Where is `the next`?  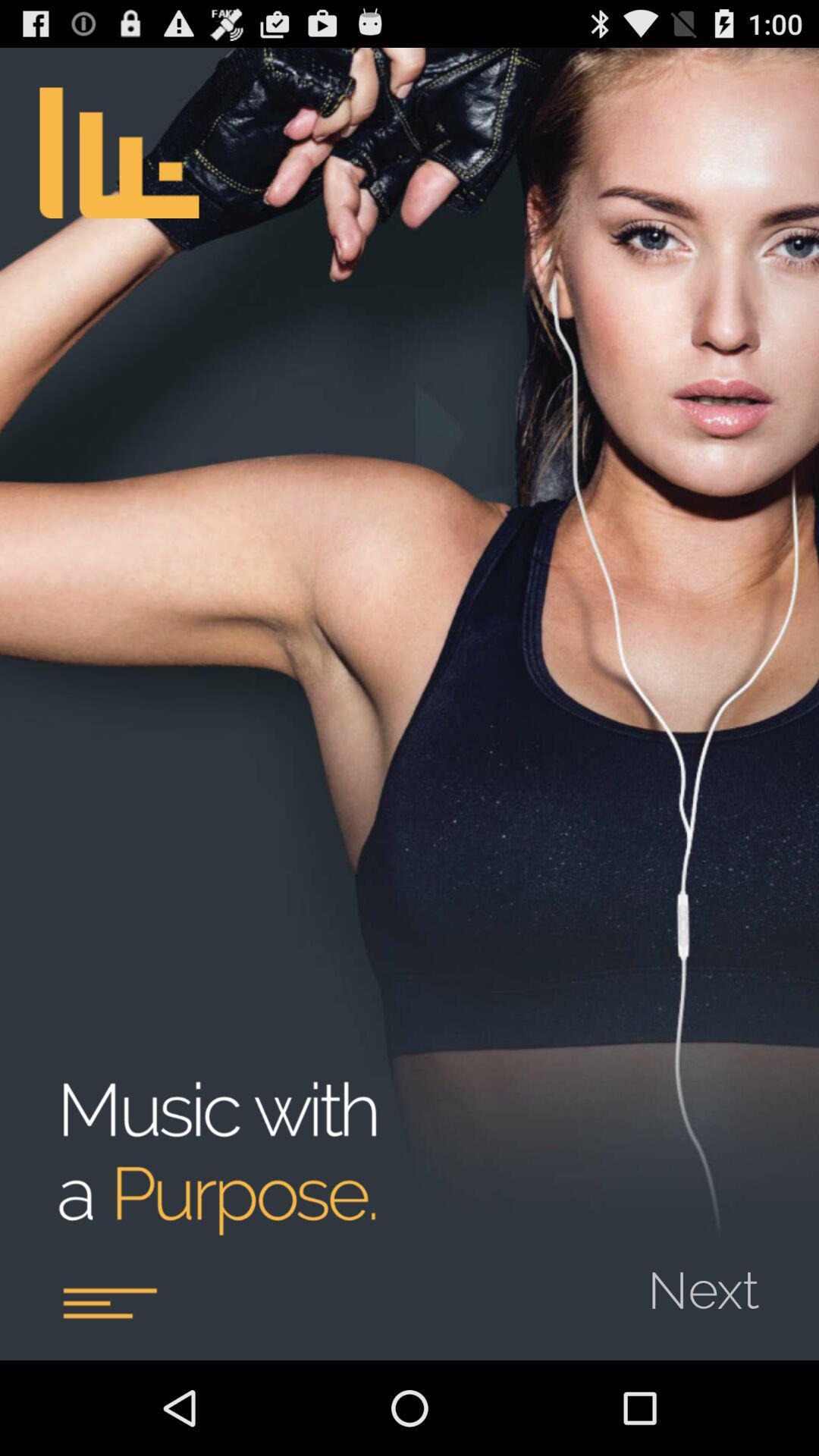 the next is located at coordinates (713, 1279).